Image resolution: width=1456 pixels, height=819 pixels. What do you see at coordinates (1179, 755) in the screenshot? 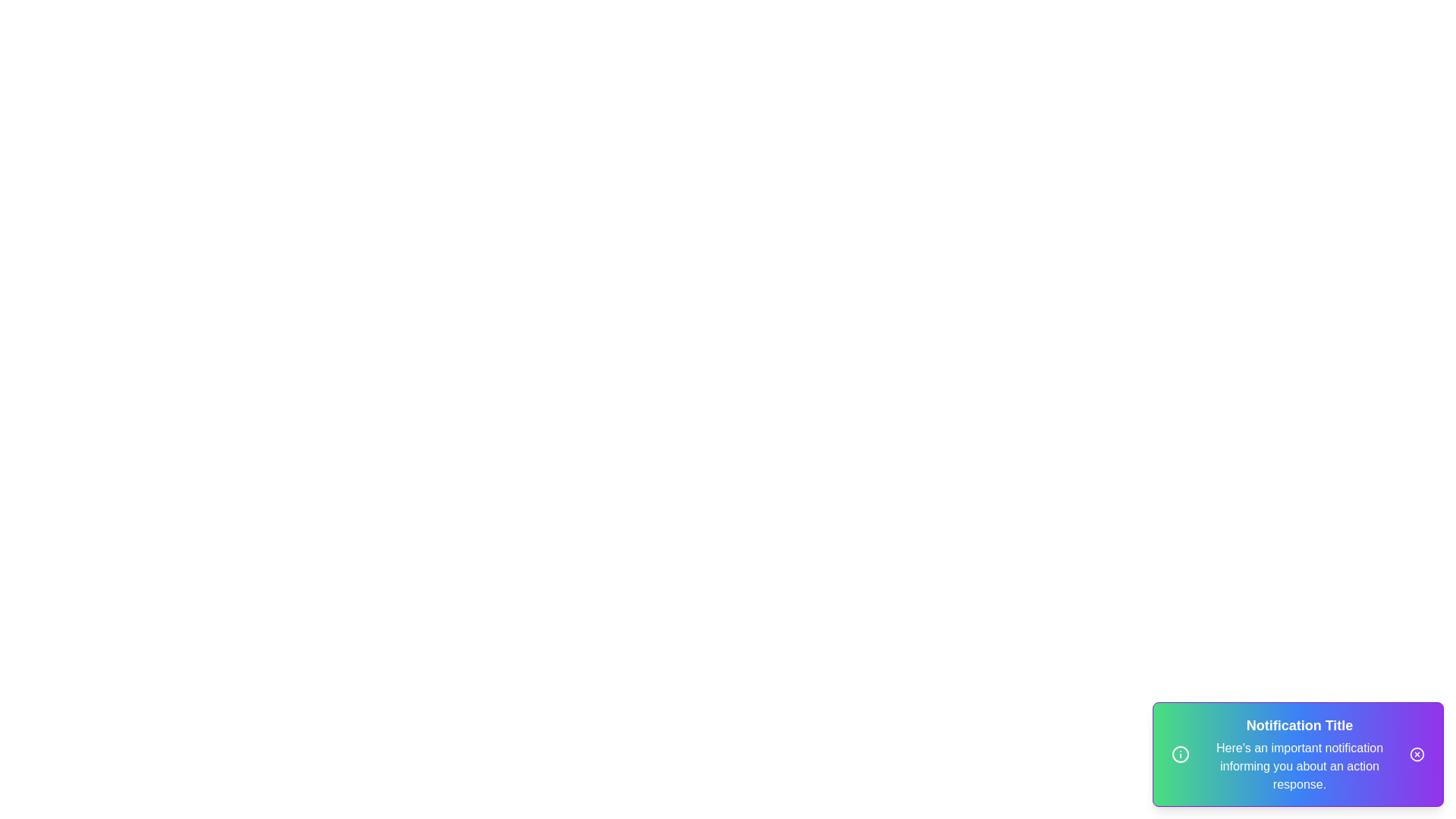
I see `the decorative icon in the alert` at bounding box center [1179, 755].